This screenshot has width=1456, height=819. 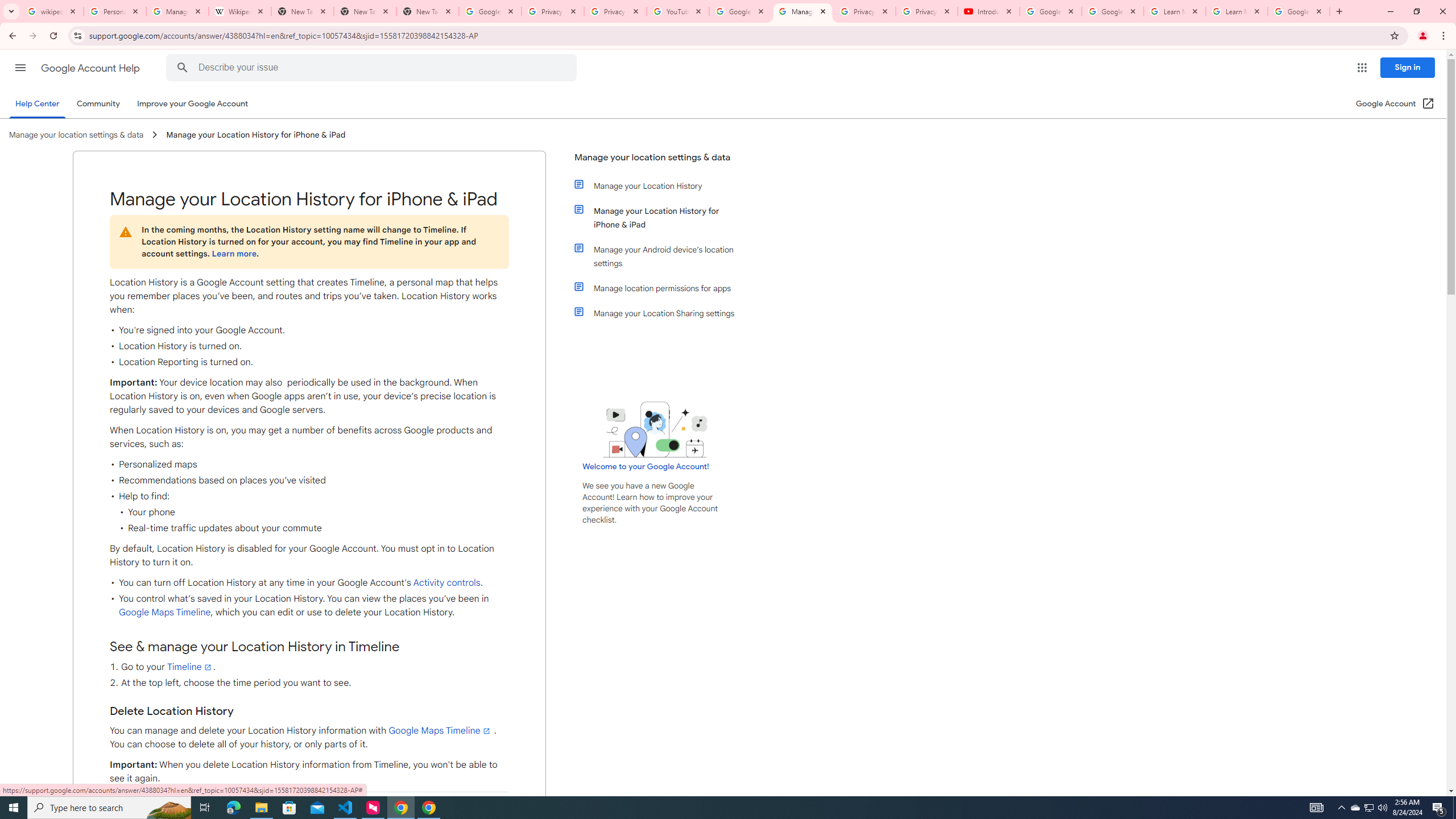 I want to click on 'Manage your Location History', so click(x=661, y=185).